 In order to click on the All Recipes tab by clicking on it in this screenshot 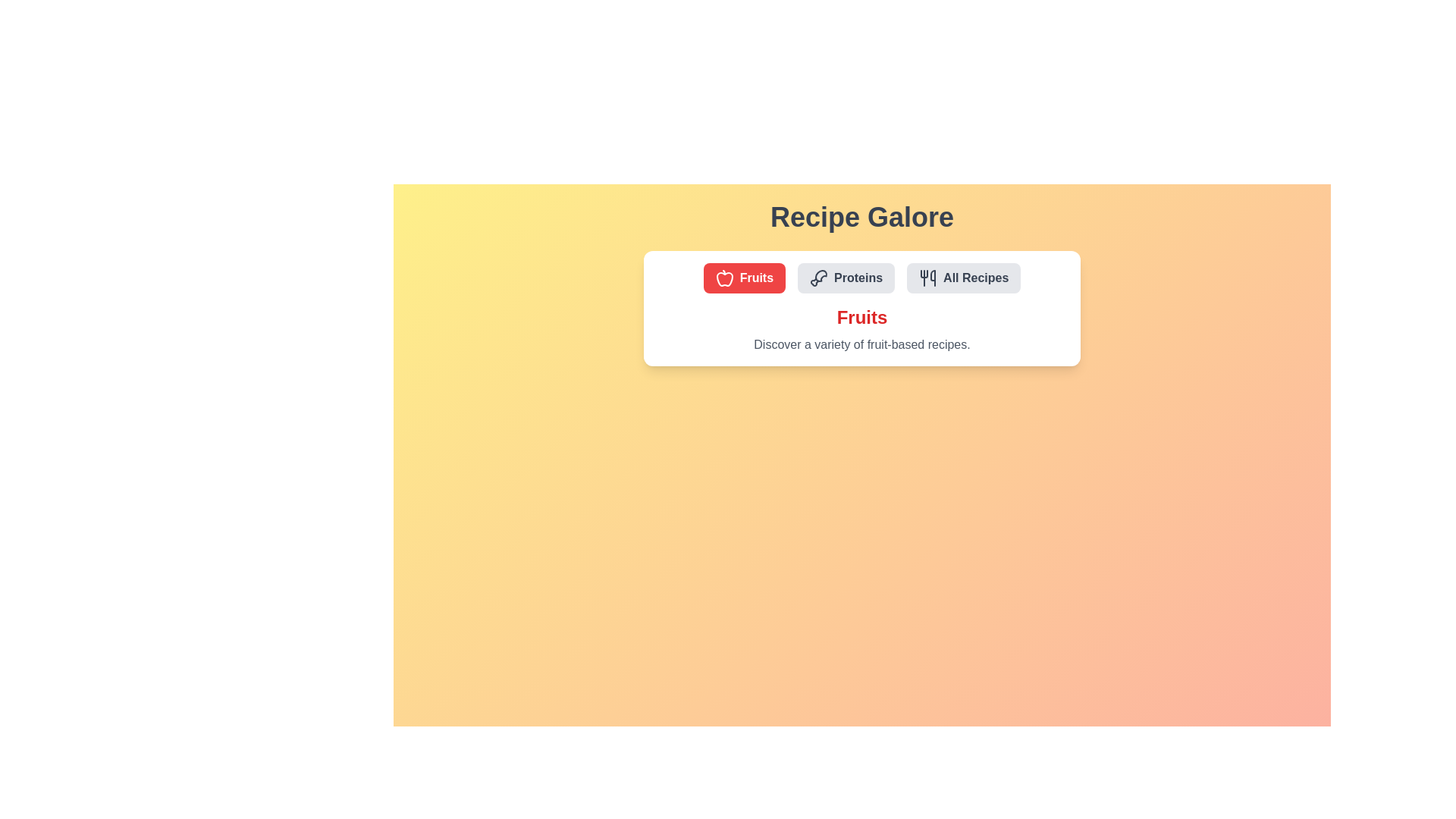, I will do `click(963, 278)`.